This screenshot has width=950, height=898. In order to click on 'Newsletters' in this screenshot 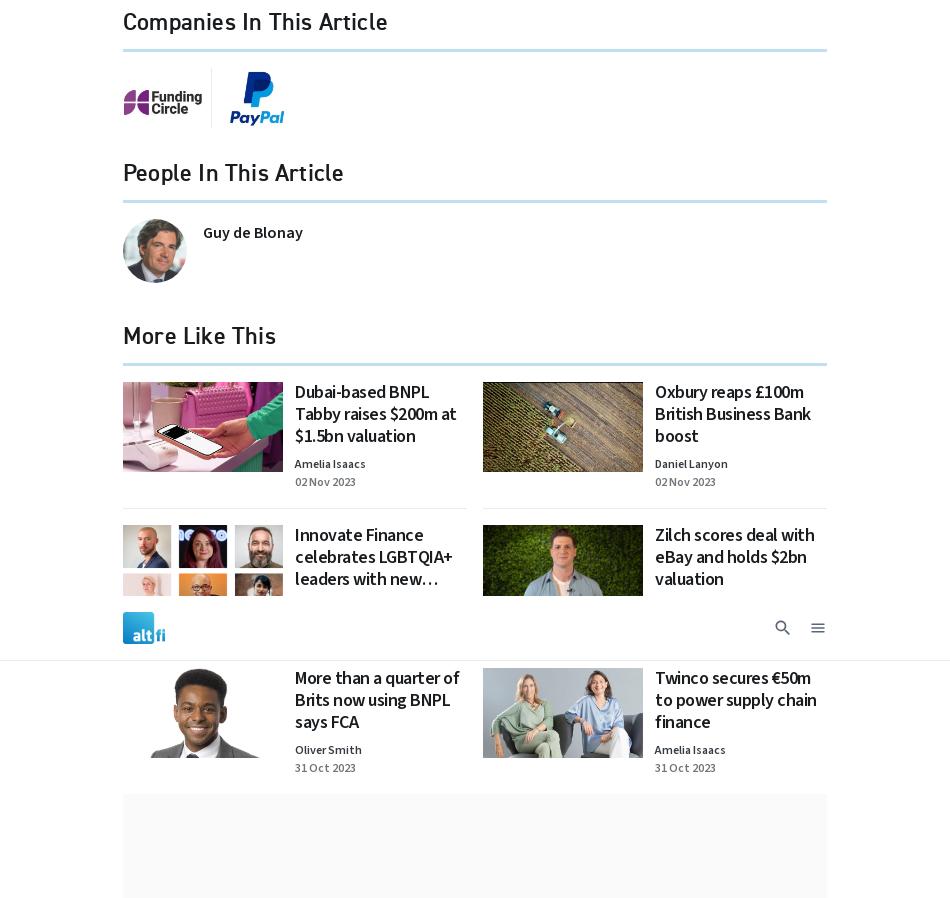, I will do `click(159, 115)`.